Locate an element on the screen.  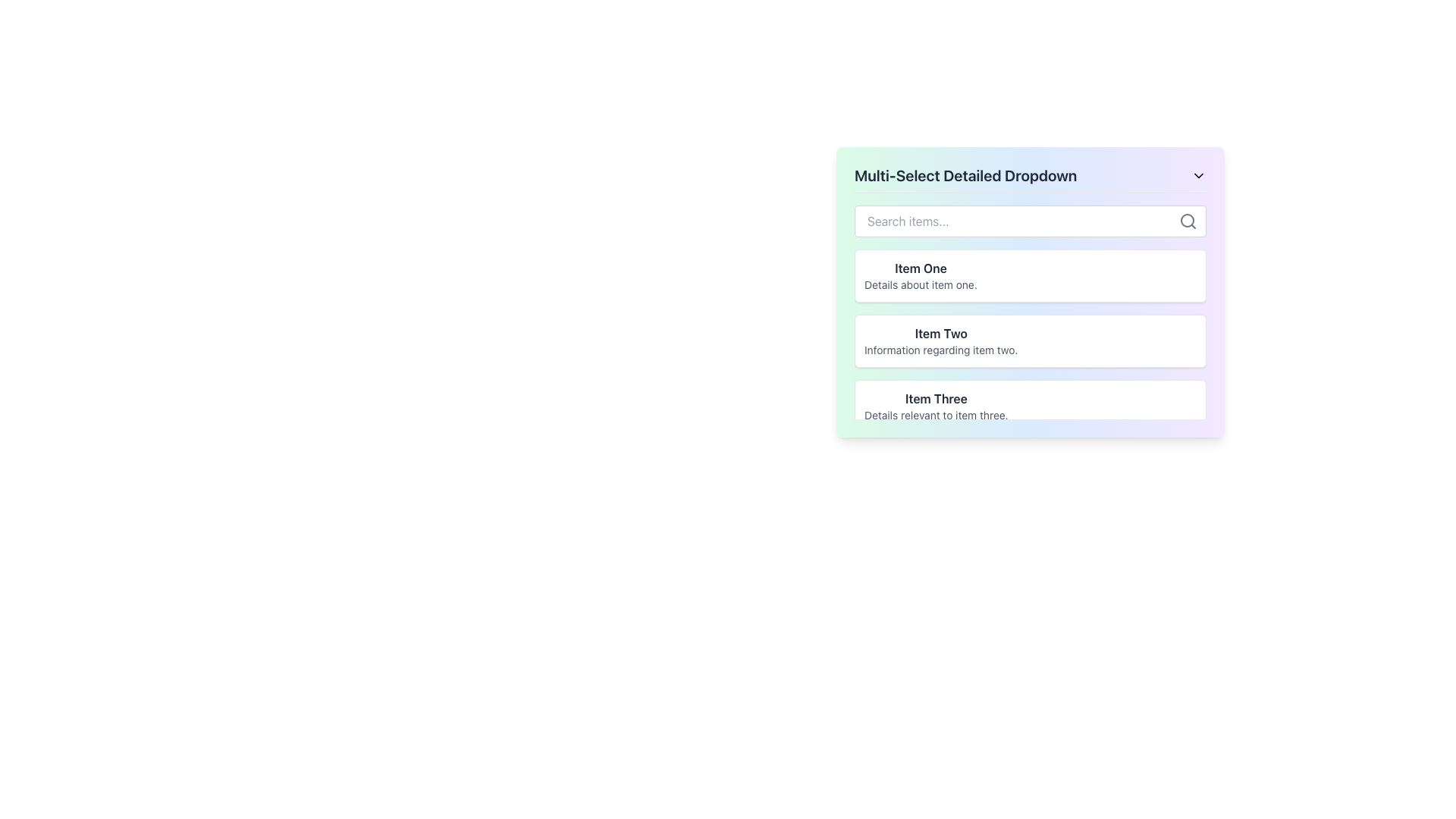
the static text providing additional context for 'Item Two', located below the title in the second section of the multi-item dropdown is located at coordinates (940, 350).